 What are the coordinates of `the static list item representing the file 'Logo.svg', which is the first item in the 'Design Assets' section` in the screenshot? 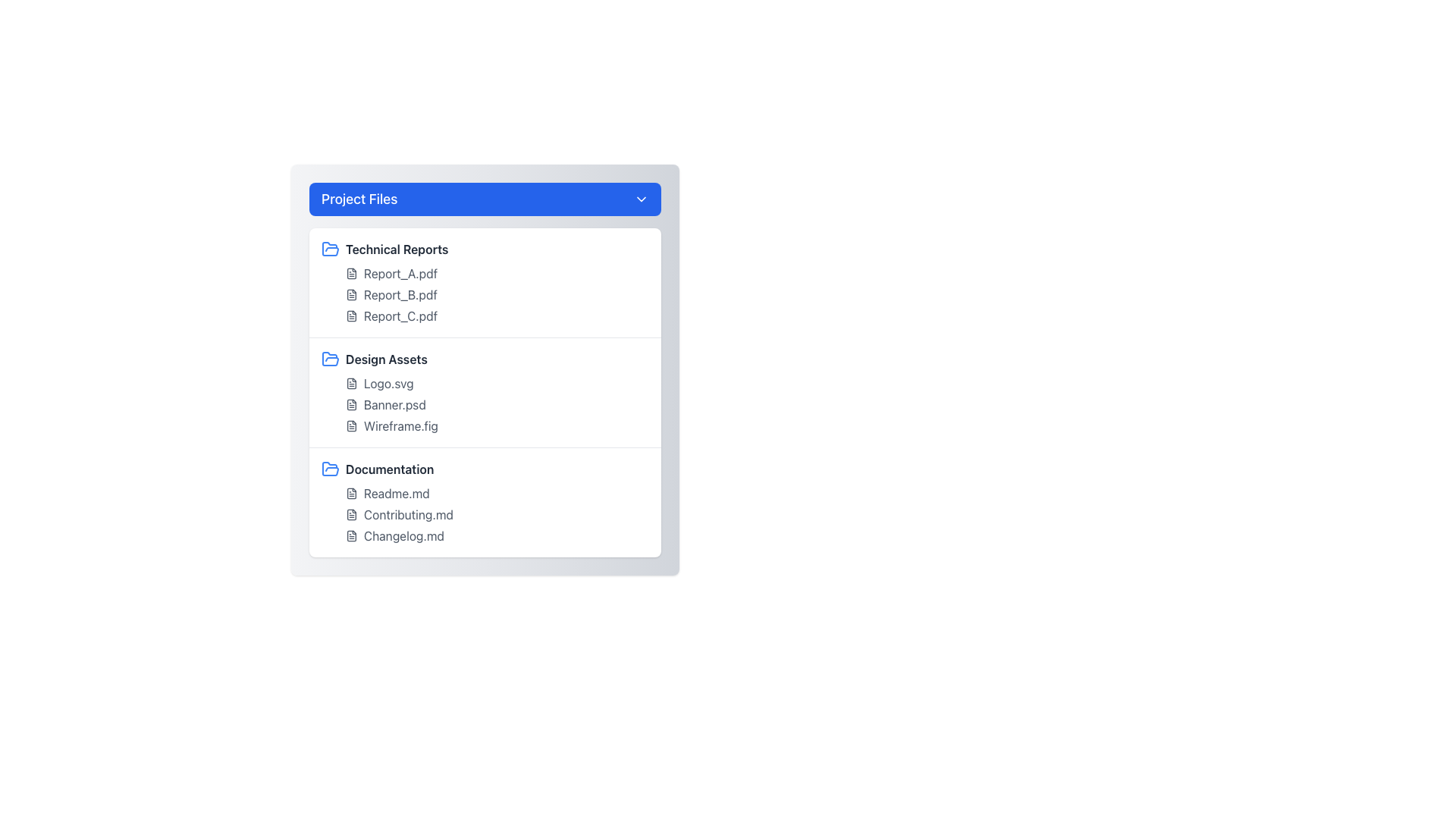 It's located at (497, 382).